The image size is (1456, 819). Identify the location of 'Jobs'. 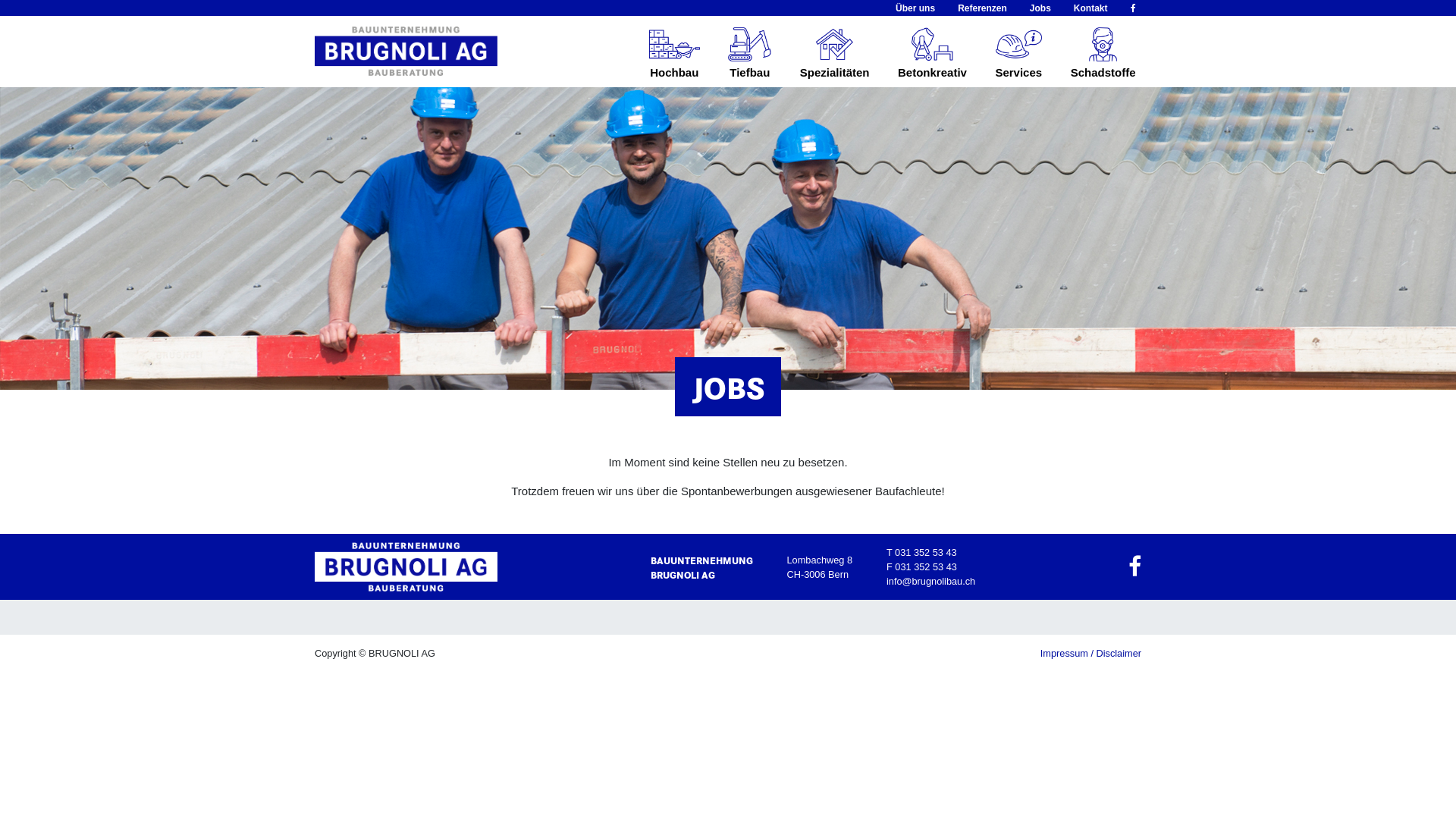
(1040, 8).